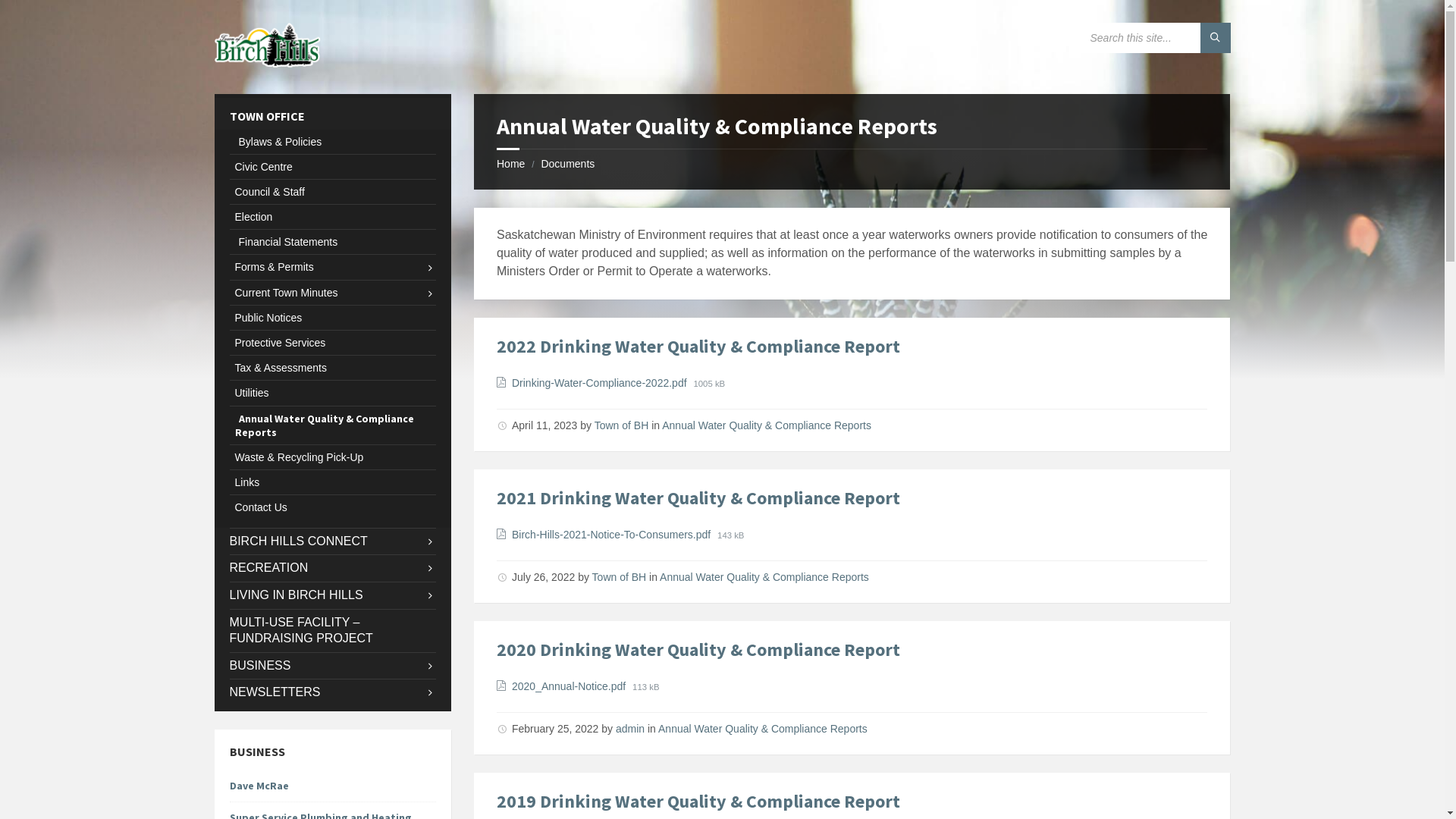  Describe the element at coordinates (331, 568) in the screenshot. I see `'RECREATION'` at that location.